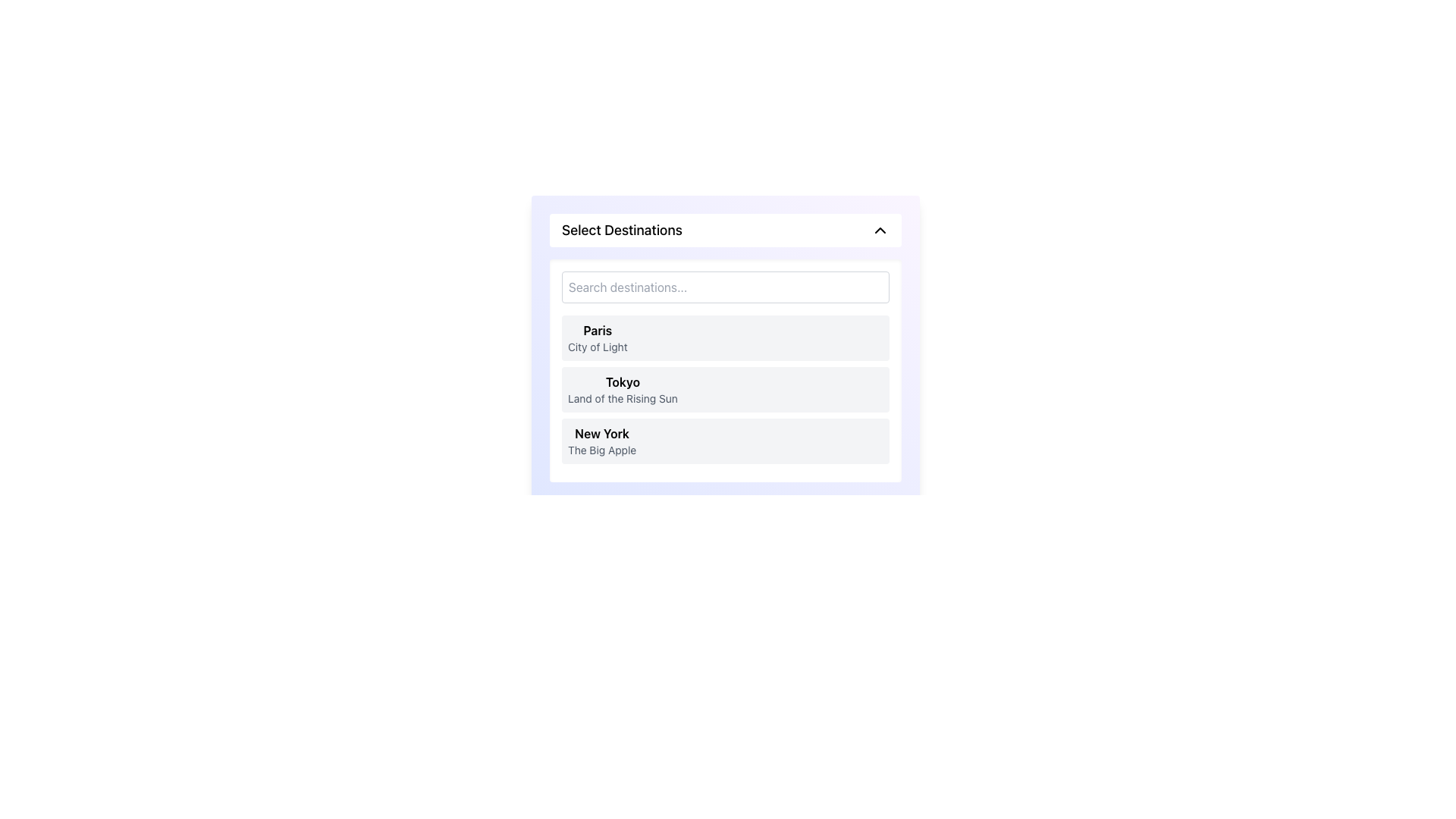 The image size is (1456, 819). What do you see at coordinates (601, 433) in the screenshot?
I see `the 'New York' text label in the dropdown menu under 'Select Destinations', which is styled in bold, medium-sized text and is the first line of a grouped pair` at bounding box center [601, 433].